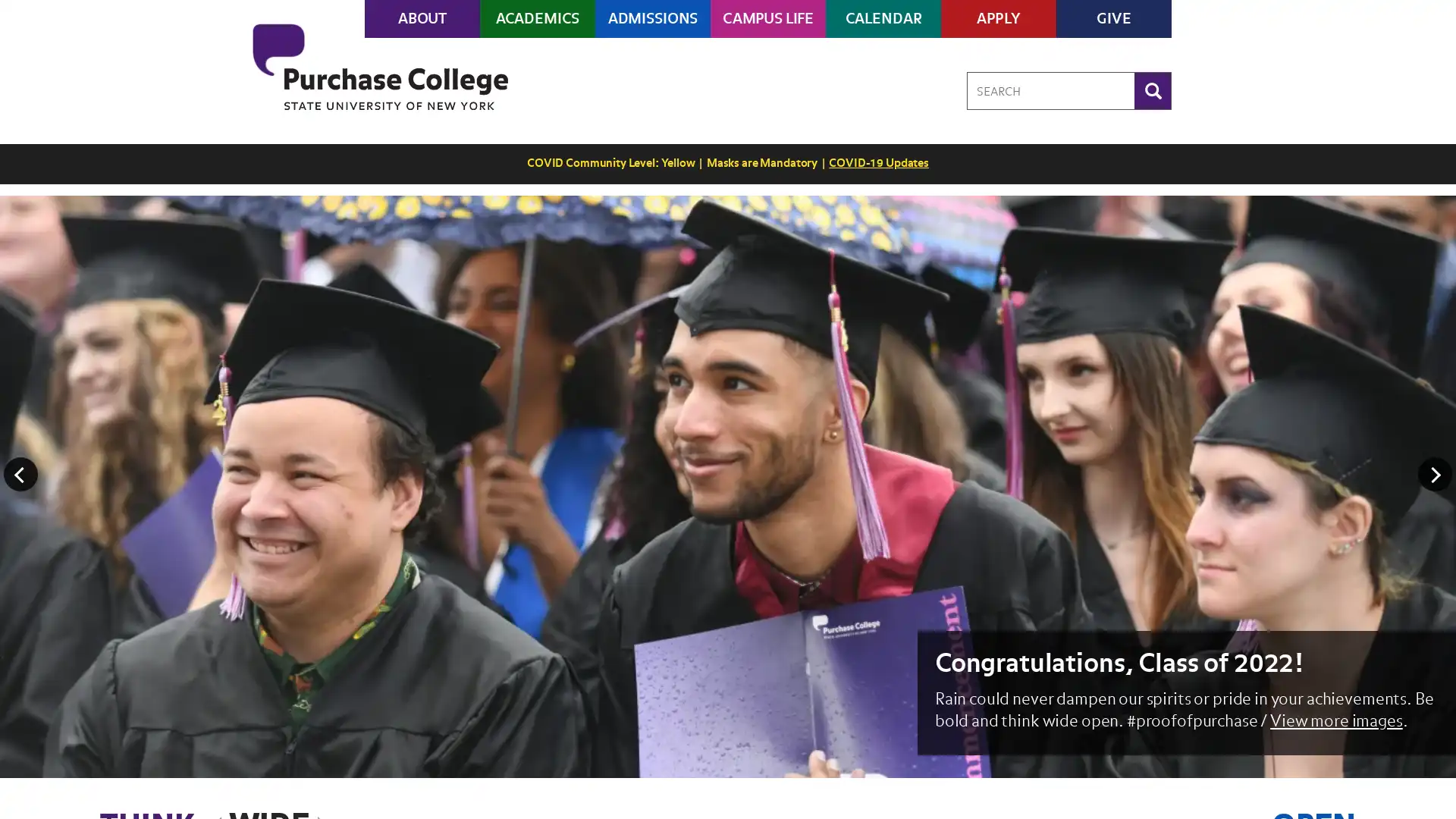 Image resolution: width=1456 pixels, height=819 pixels. What do you see at coordinates (1153, 90) in the screenshot?
I see `Search` at bounding box center [1153, 90].